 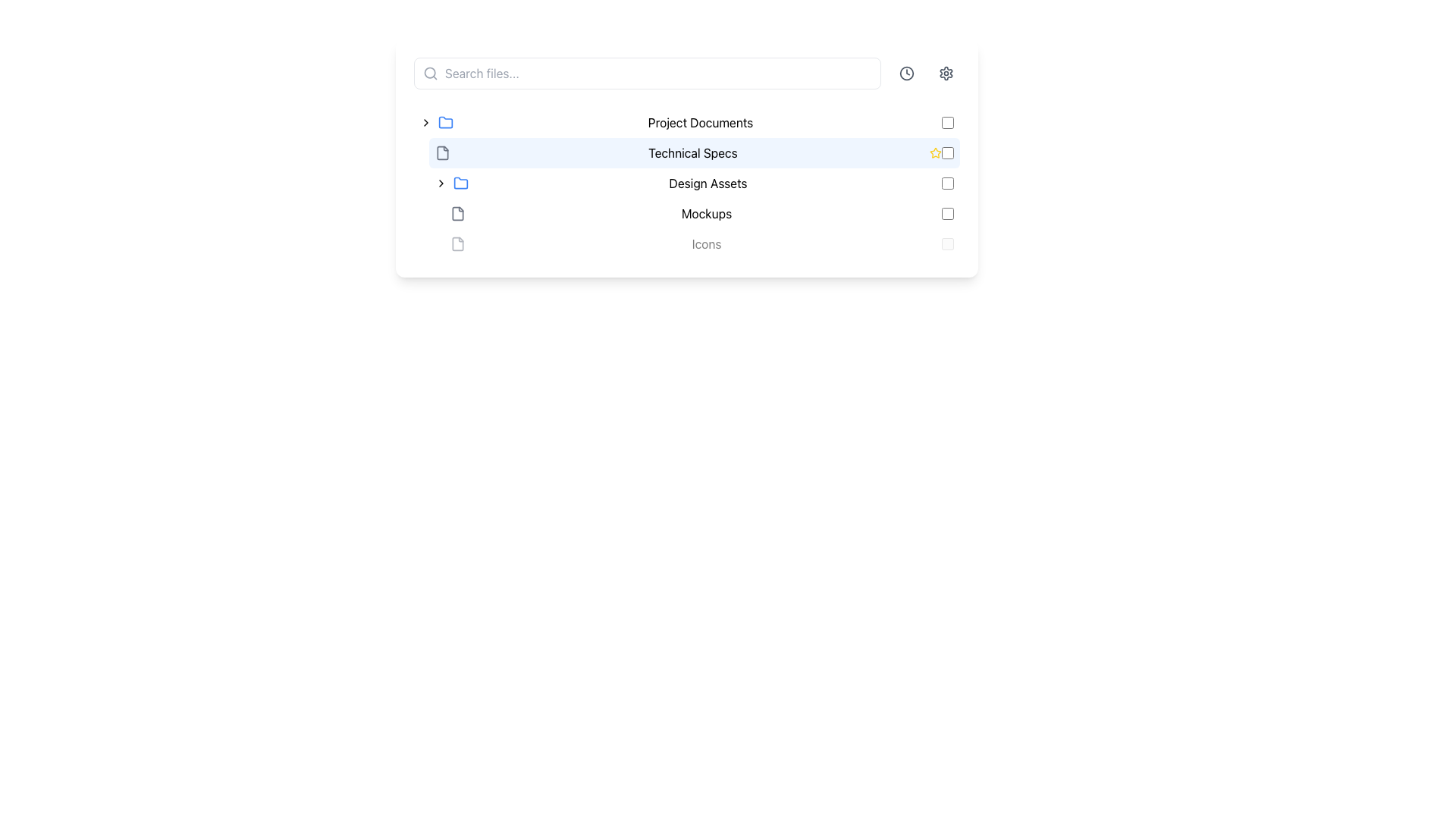 I want to click on the file icon styled with a gray outline, located to the left of the 'Technical Specs' text, so click(x=442, y=152).